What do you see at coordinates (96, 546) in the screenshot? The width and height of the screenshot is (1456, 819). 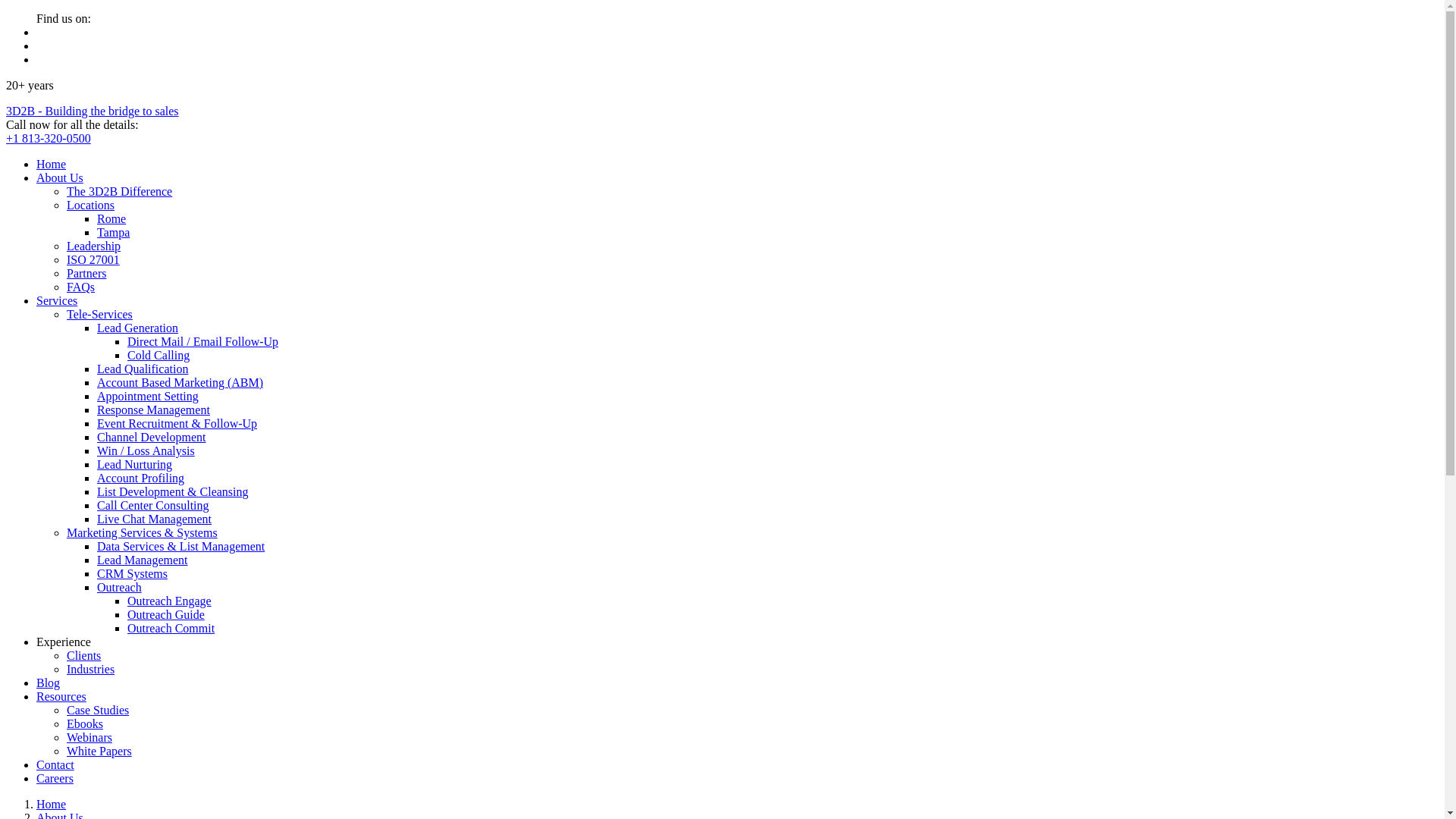 I see `'Data Services & List Management'` at bounding box center [96, 546].